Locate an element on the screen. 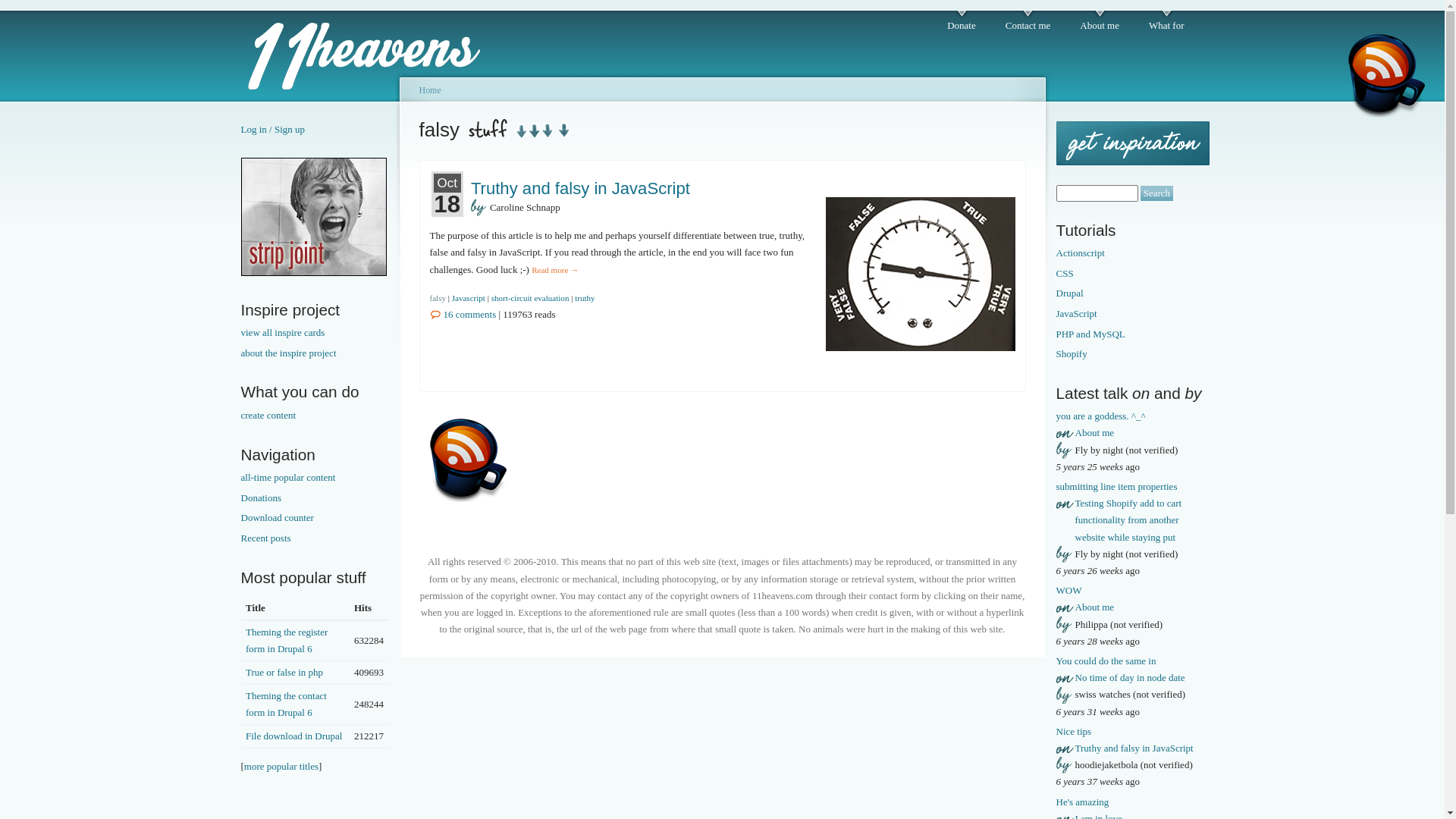 The image size is (1456, 819). 'Theming the contact form in Drupal 6' is located at coordinates (286, 704).